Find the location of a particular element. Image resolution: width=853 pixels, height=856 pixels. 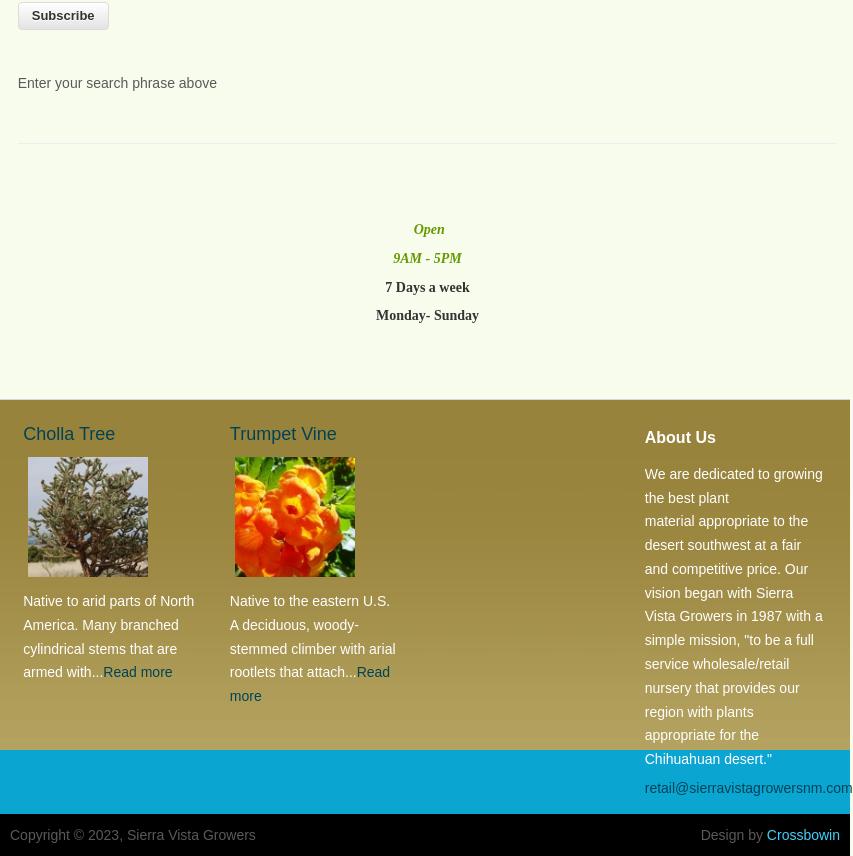

'Crossbowin' is located at coordinates (802, 834).